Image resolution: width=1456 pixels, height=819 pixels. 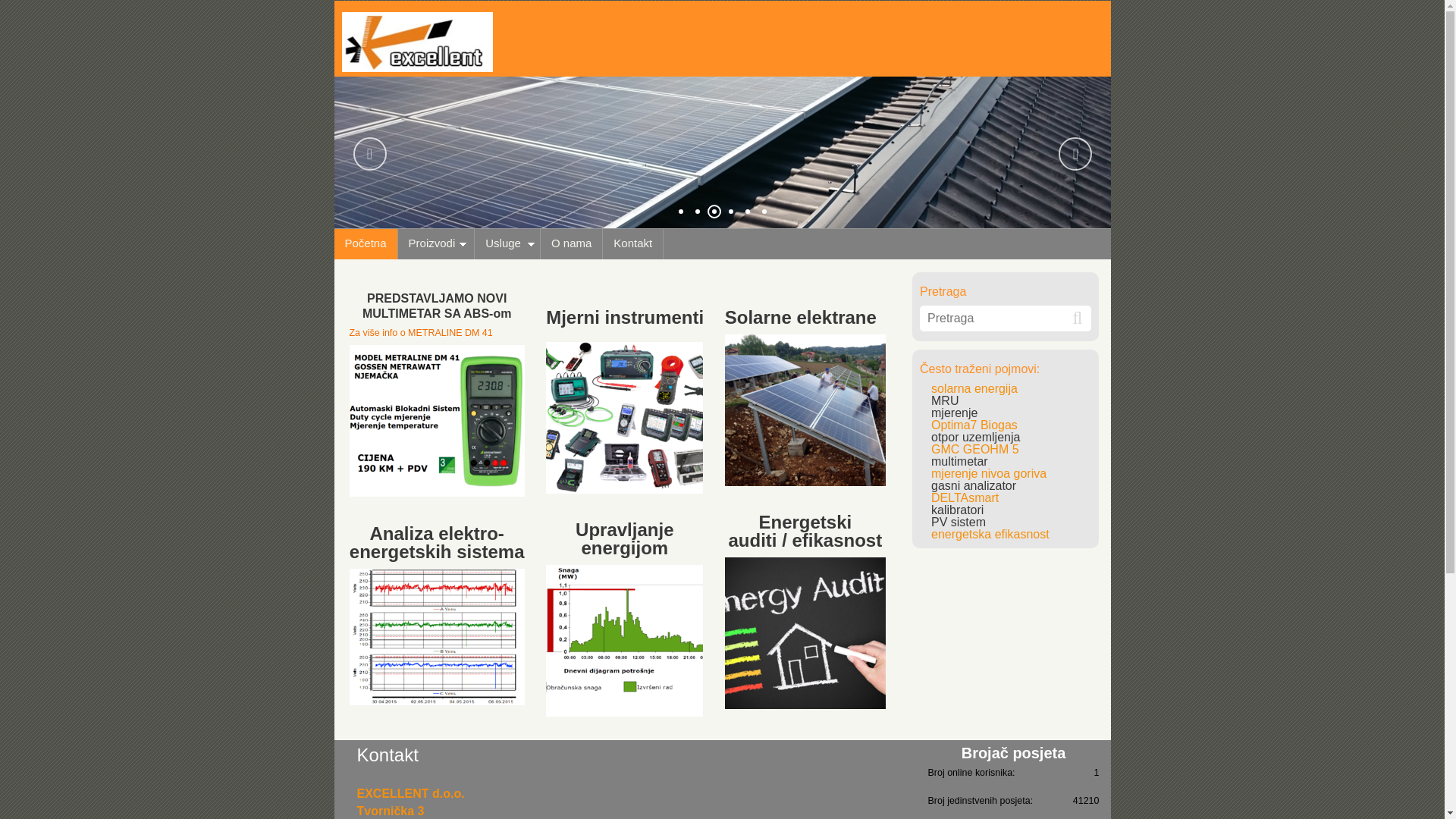 What do you see at coordinates (957, 521) in the screenshot?
I see `'PV sistem'` at bounding box center [957, 521].